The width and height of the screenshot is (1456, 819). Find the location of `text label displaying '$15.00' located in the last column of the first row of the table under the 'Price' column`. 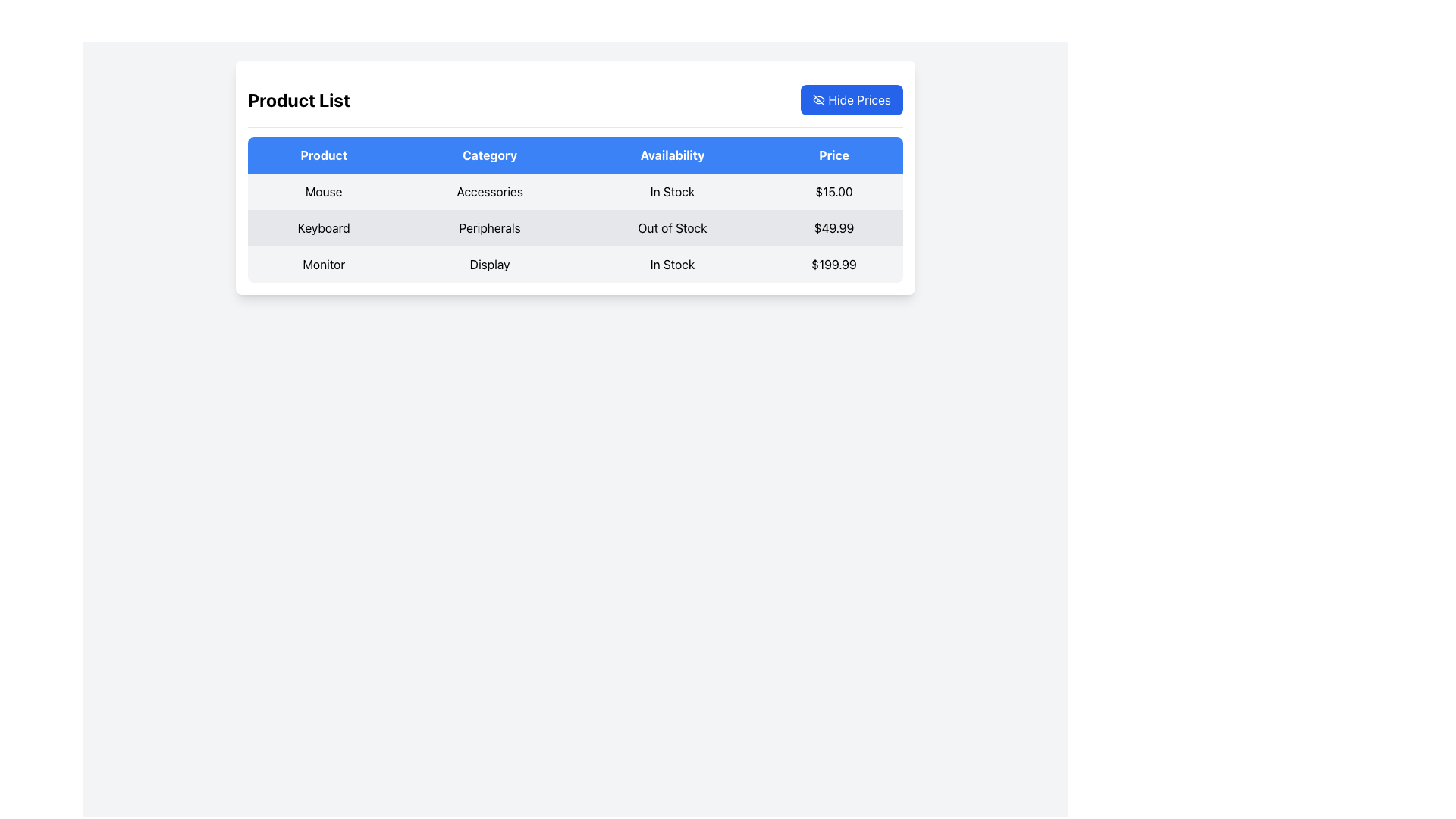

text label displaying '$15.00' located in the last column of the first row of the table under the 'Price' column is located at coordinates (833, 191).